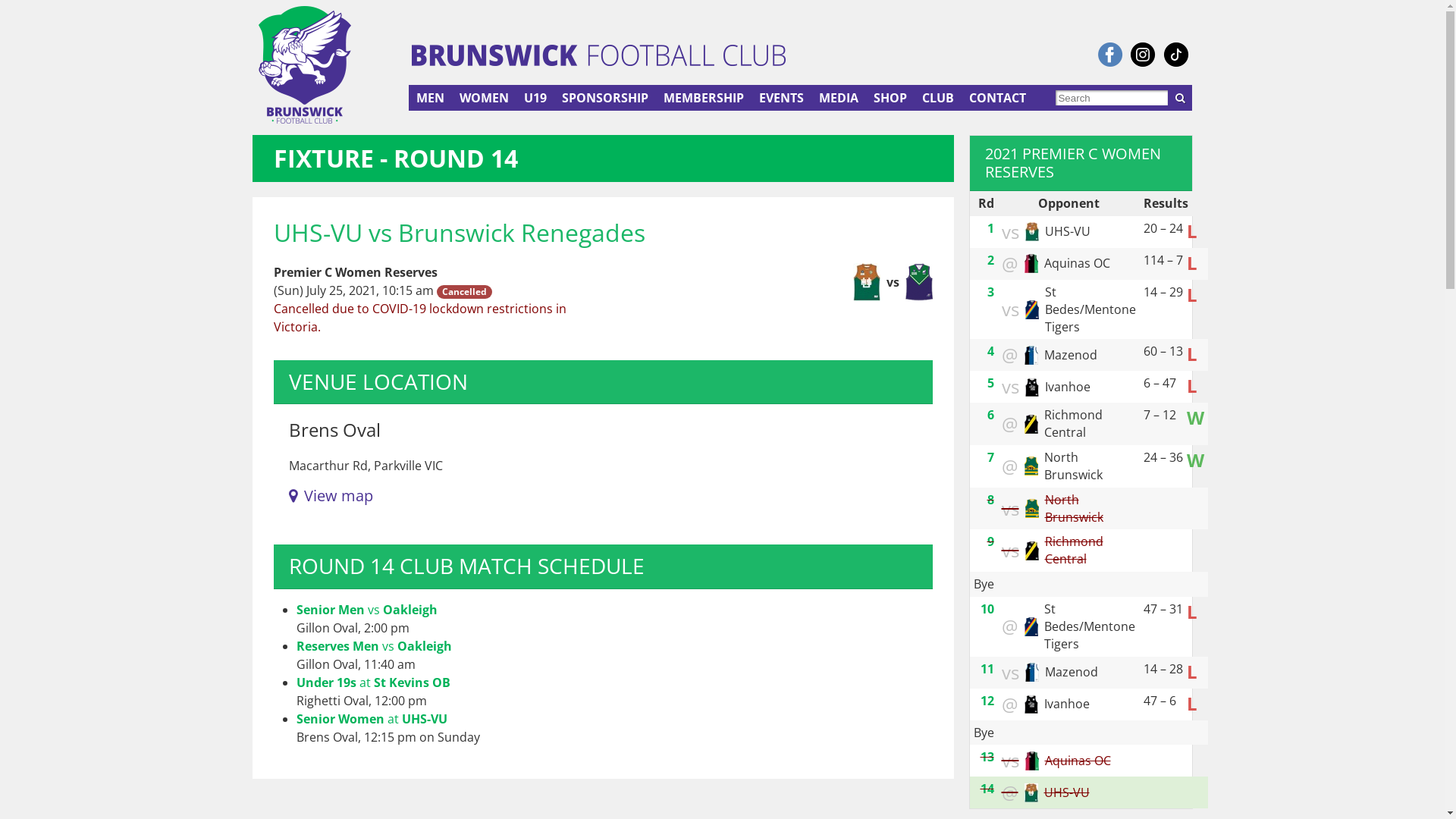 The height and width of the screenshot is (819, 1456). I want to click on 'Senior Men vs Oakleigh', so click(366, 608).